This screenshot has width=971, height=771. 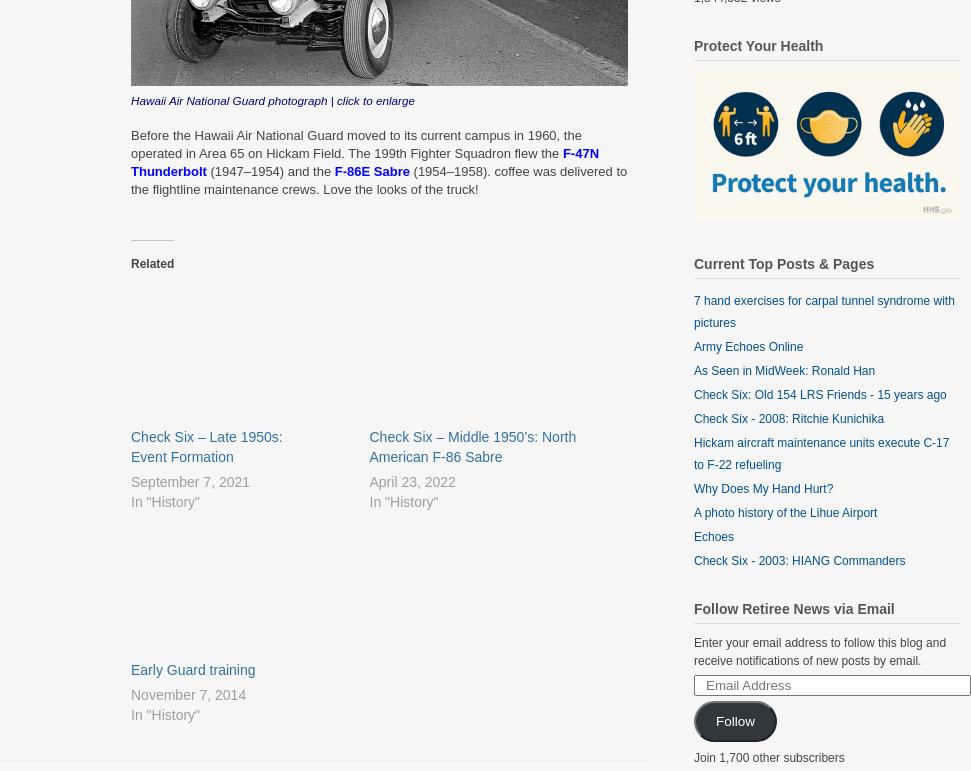 I want to click on 'As Seen in MidWeek: Ronald Han', so click(x=784, y=370).